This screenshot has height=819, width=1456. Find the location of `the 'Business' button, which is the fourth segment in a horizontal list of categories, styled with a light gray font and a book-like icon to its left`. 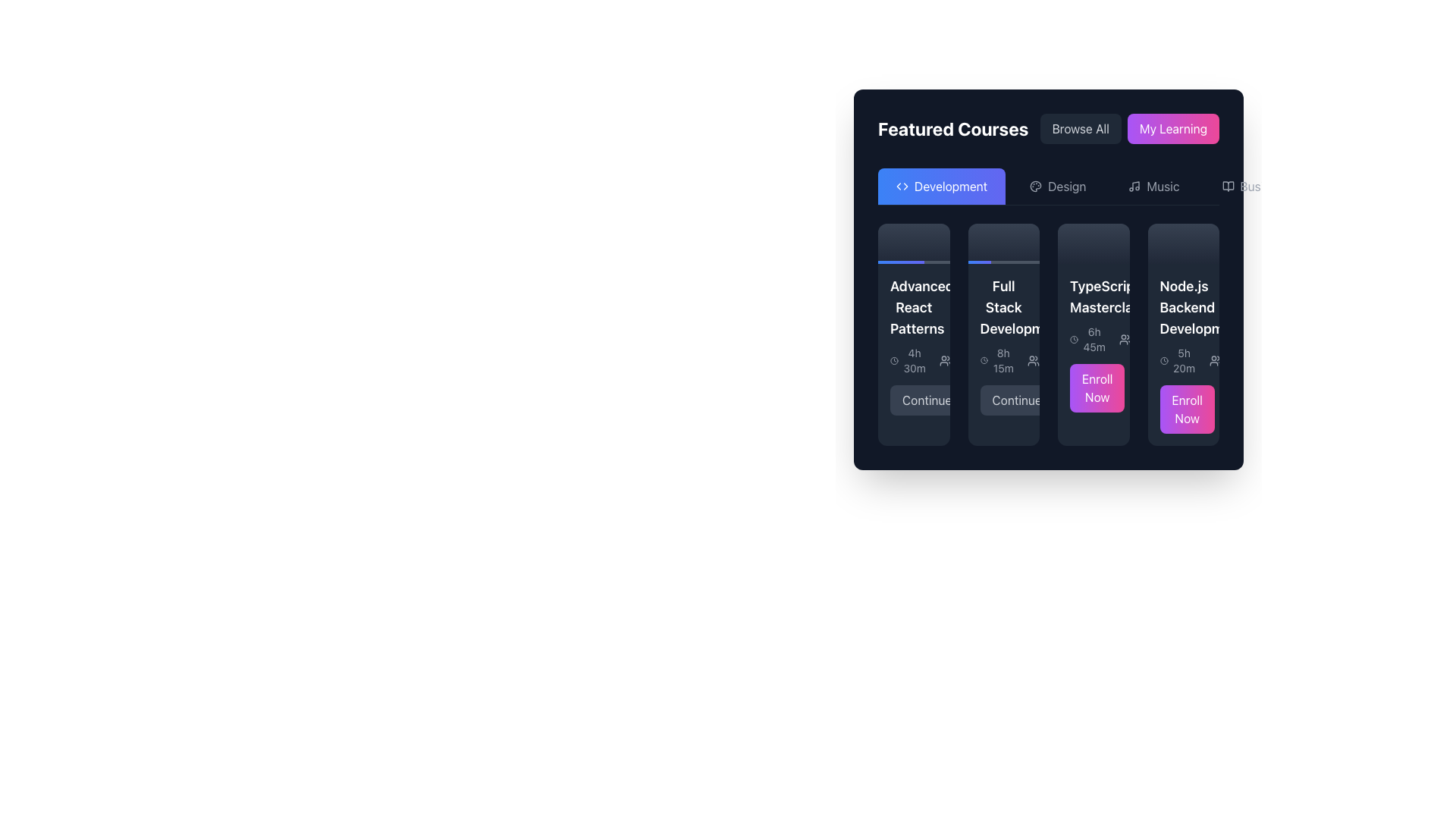

the 'Business' button, which is the fourth segment in a horizontal list of categories, styled with a light gray font and a book-like icon to its left is located at coordinates (1255, 186).